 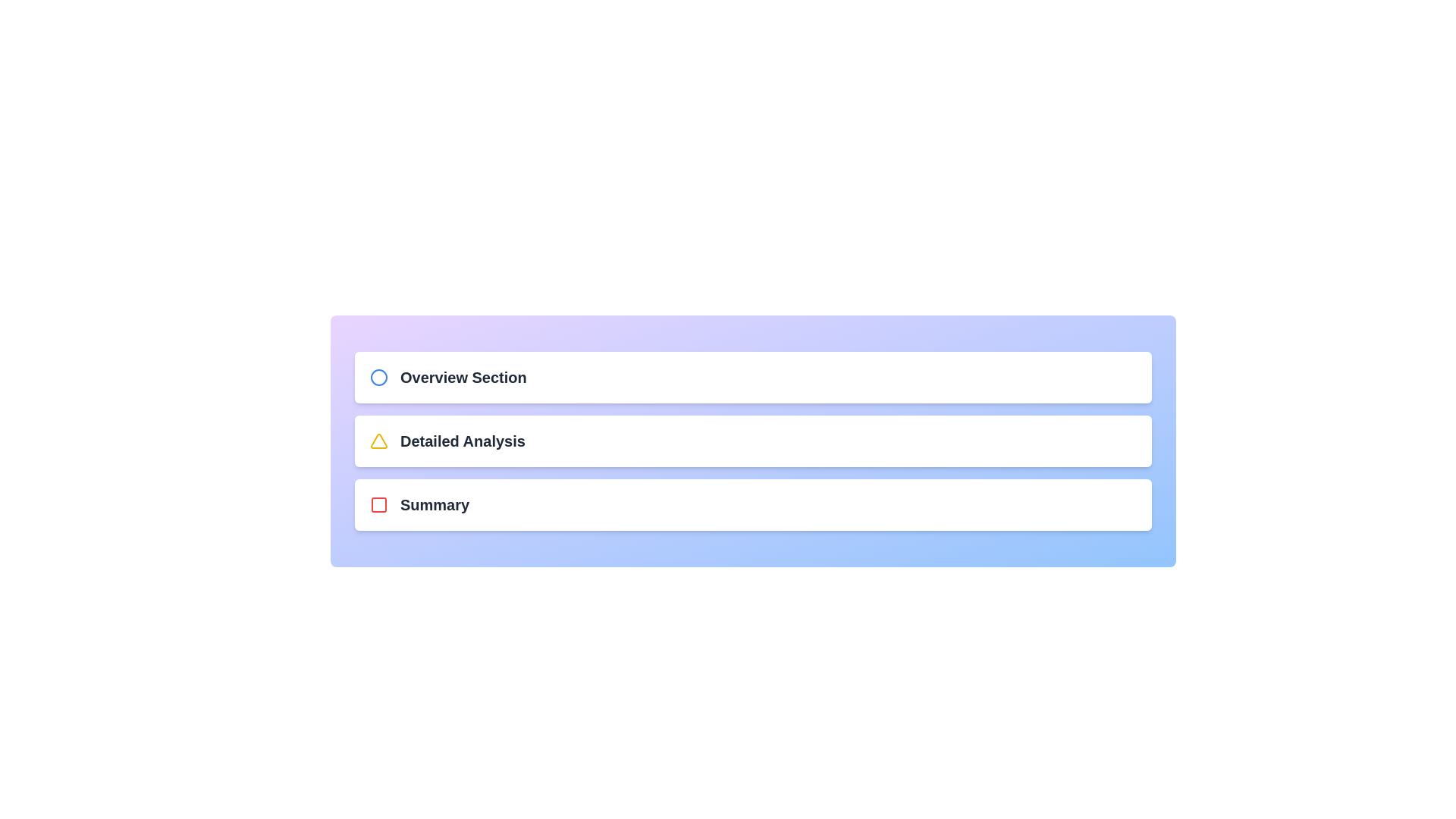 What do you see at coordinates (434, 505) in the screenshot?
I see `the bold, dark-gray text label reading 'Summary', which is positioned to the right of a red checkbox icon in a vertically stacked menu interface` at bounding box center [434, 505].